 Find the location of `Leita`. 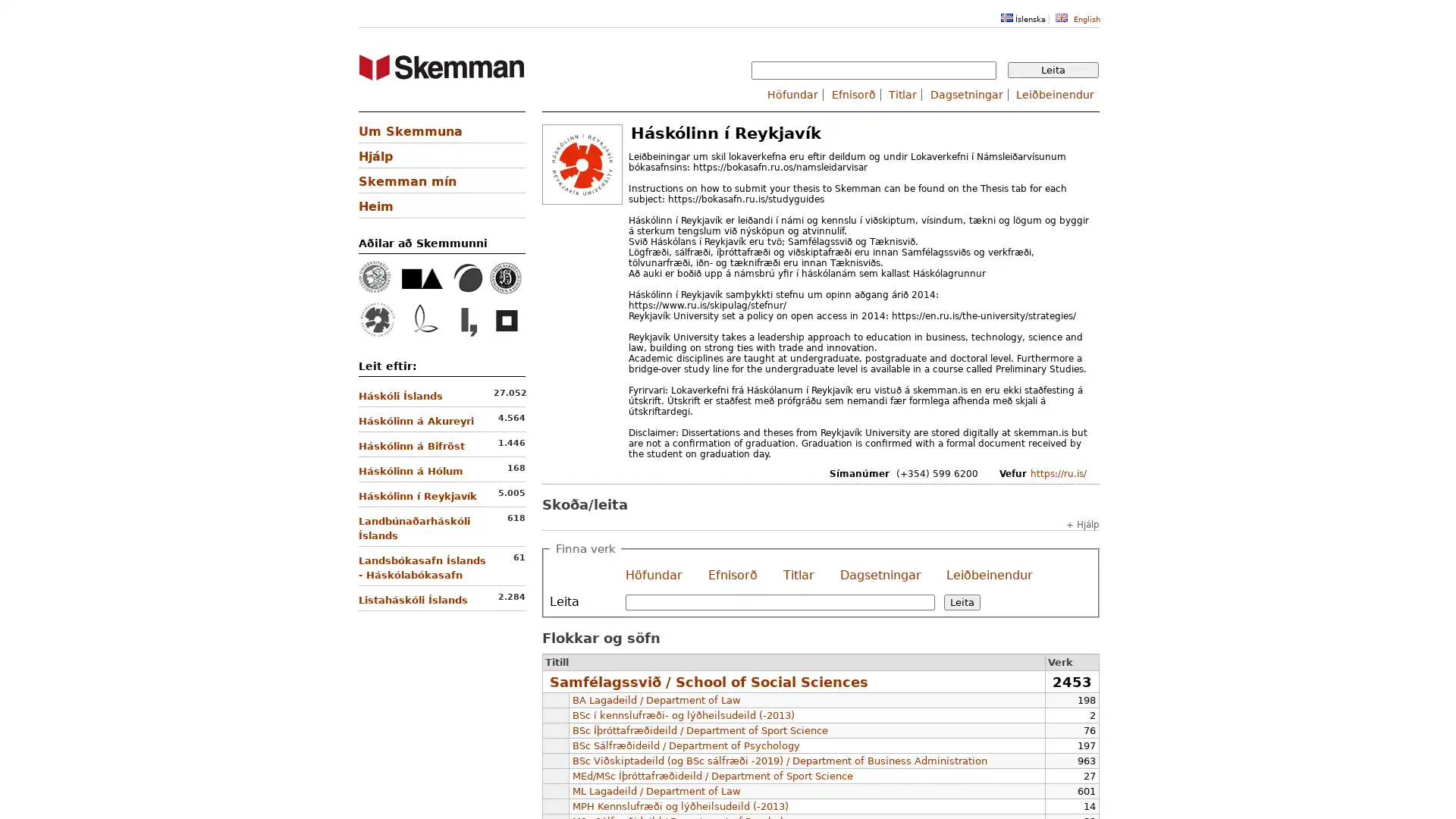

Leita is located at coordinates (1052, 70).